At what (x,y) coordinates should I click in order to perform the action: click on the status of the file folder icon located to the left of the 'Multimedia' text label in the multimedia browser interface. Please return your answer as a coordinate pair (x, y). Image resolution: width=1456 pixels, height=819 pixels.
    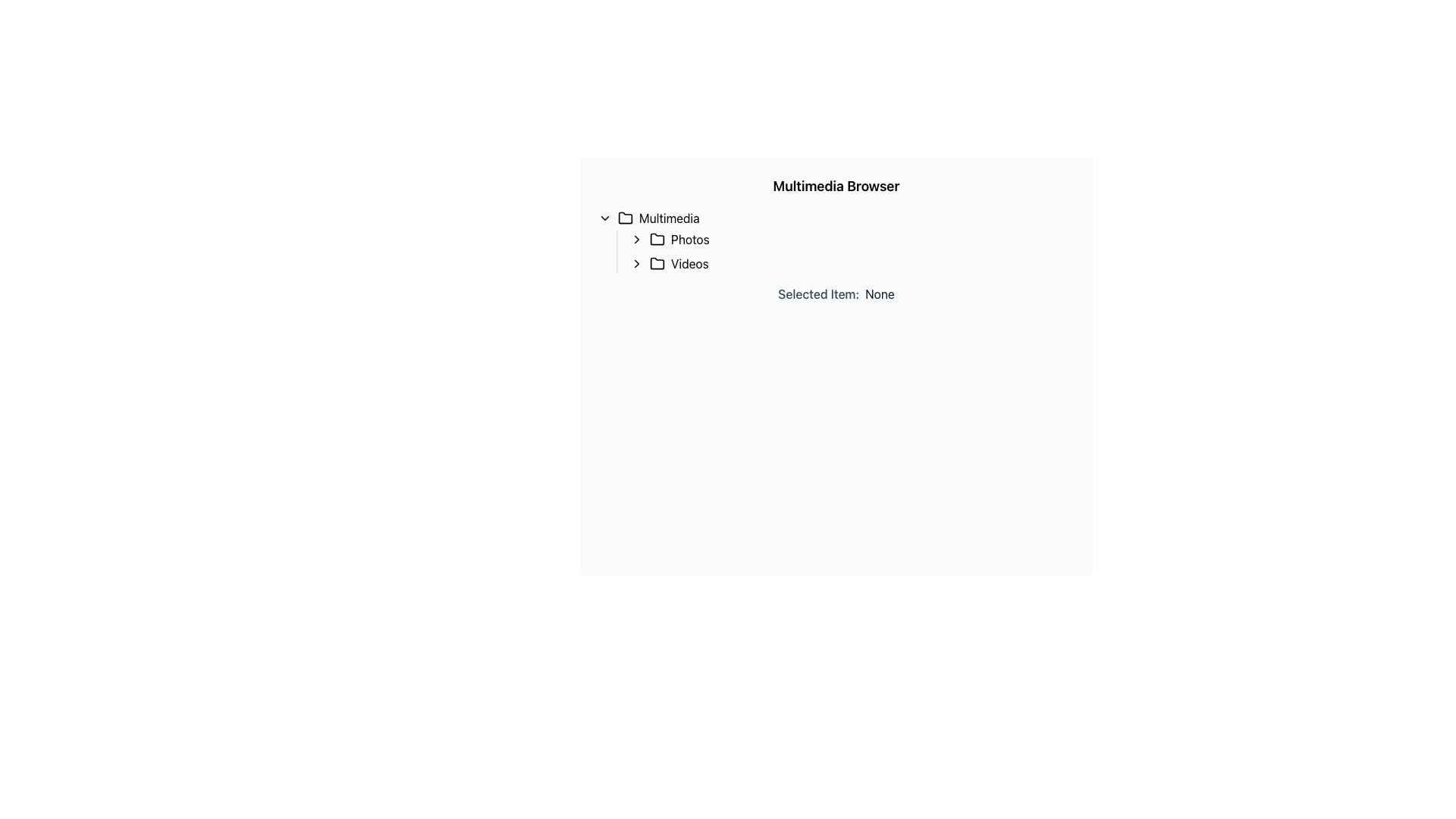
    Looking at the image, I should click on (626, 217).